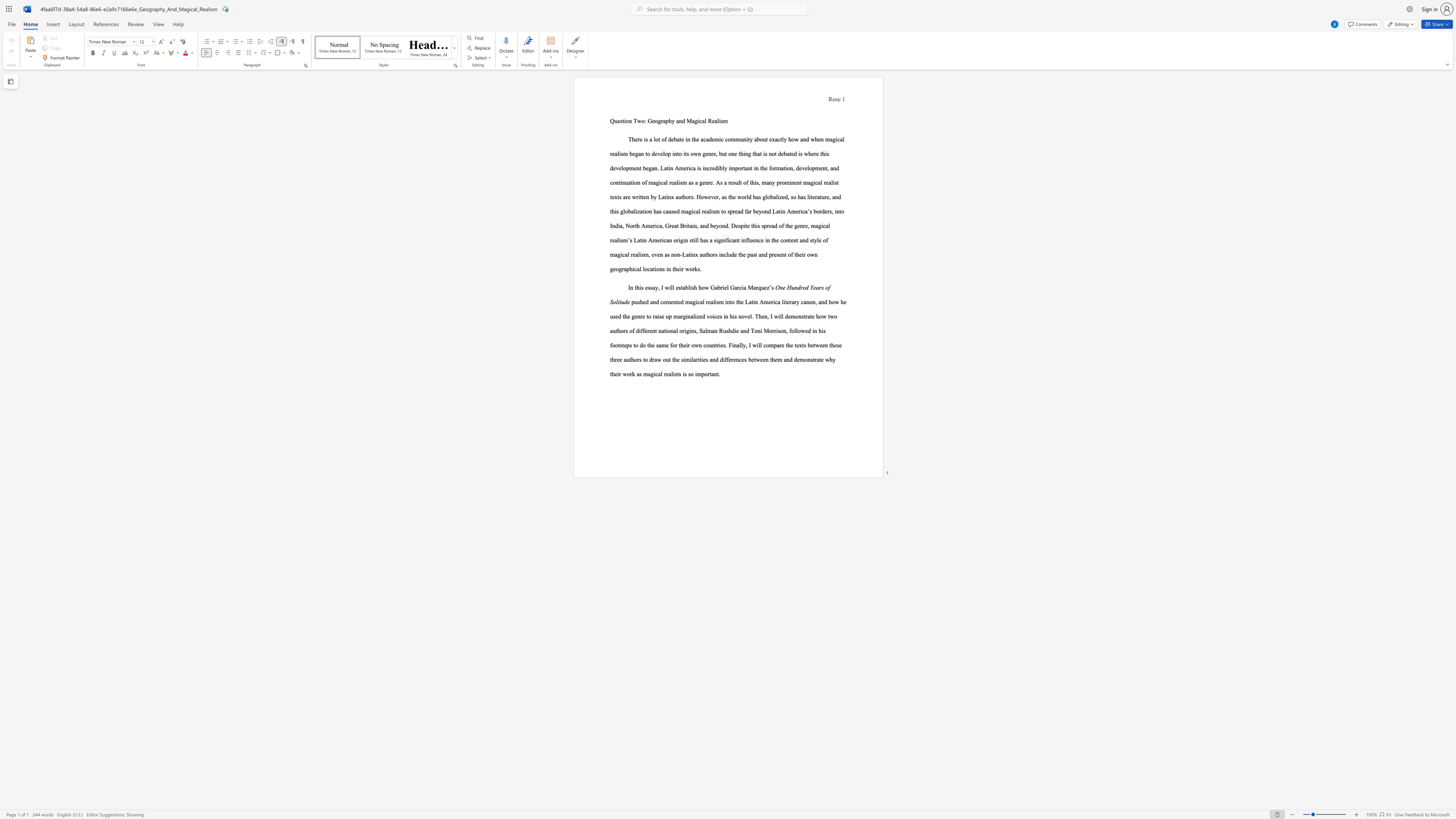  What do you see at coordinates (696, 121) in the screenshot?
I see `the 2th character "g" in the text` at bounding box center [696, 121].